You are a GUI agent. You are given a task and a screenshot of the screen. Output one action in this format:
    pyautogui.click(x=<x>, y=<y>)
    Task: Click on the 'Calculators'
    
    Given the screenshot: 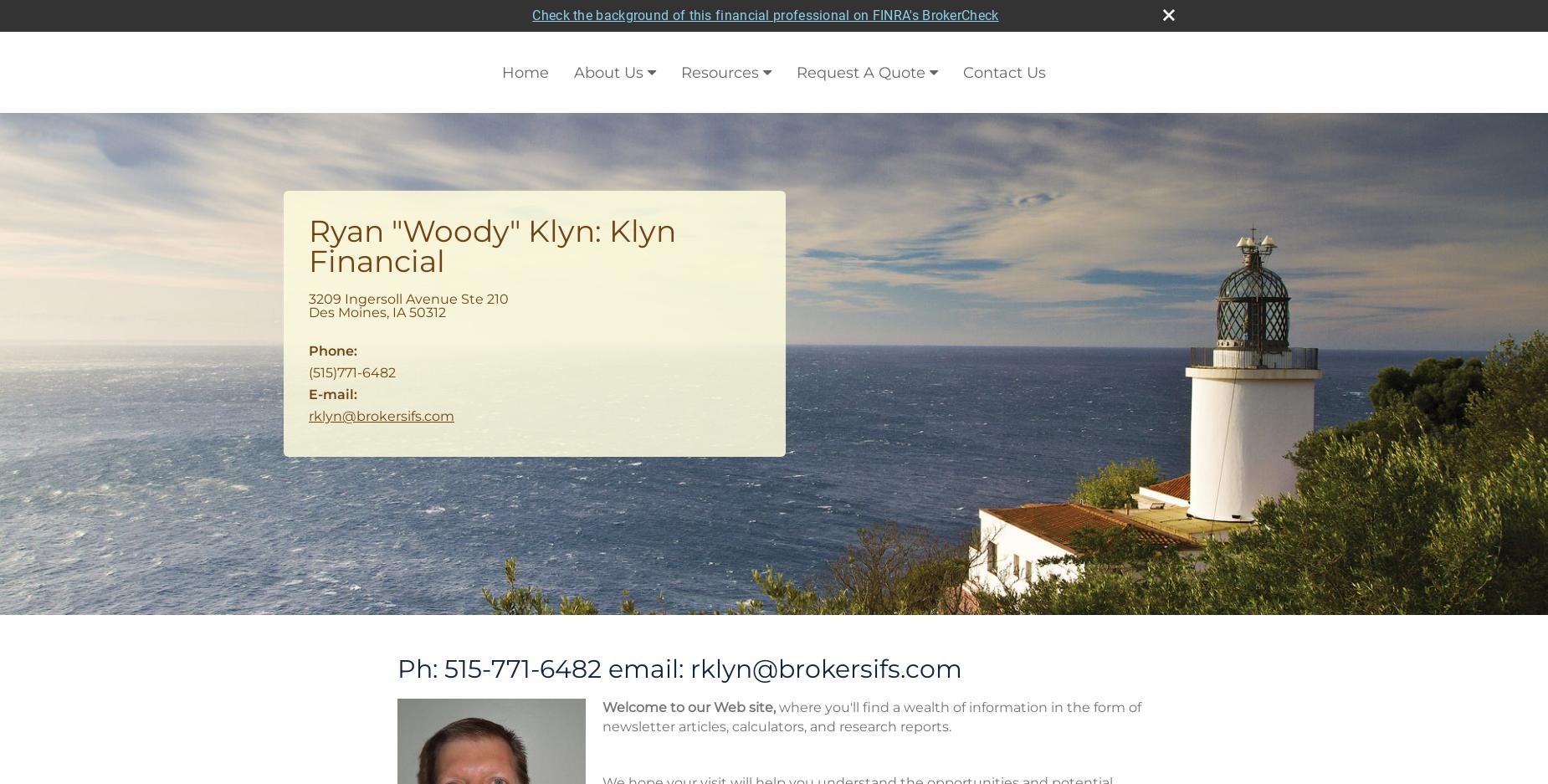 What is the action you would take?
    pyautogui.click(x=308, y=495)
    